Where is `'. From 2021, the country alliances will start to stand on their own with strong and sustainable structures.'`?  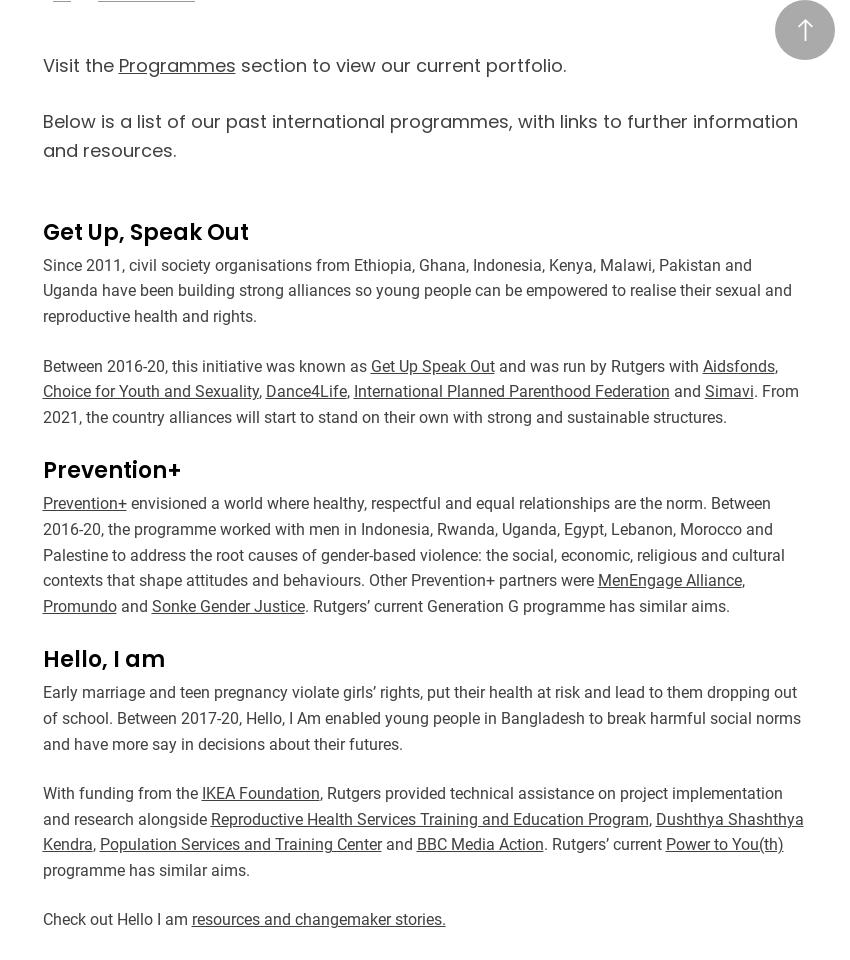
'. From 2021, the country alliances will start to stand on their own with strong and sustainable structures.' is located at coordinates (419, 402).